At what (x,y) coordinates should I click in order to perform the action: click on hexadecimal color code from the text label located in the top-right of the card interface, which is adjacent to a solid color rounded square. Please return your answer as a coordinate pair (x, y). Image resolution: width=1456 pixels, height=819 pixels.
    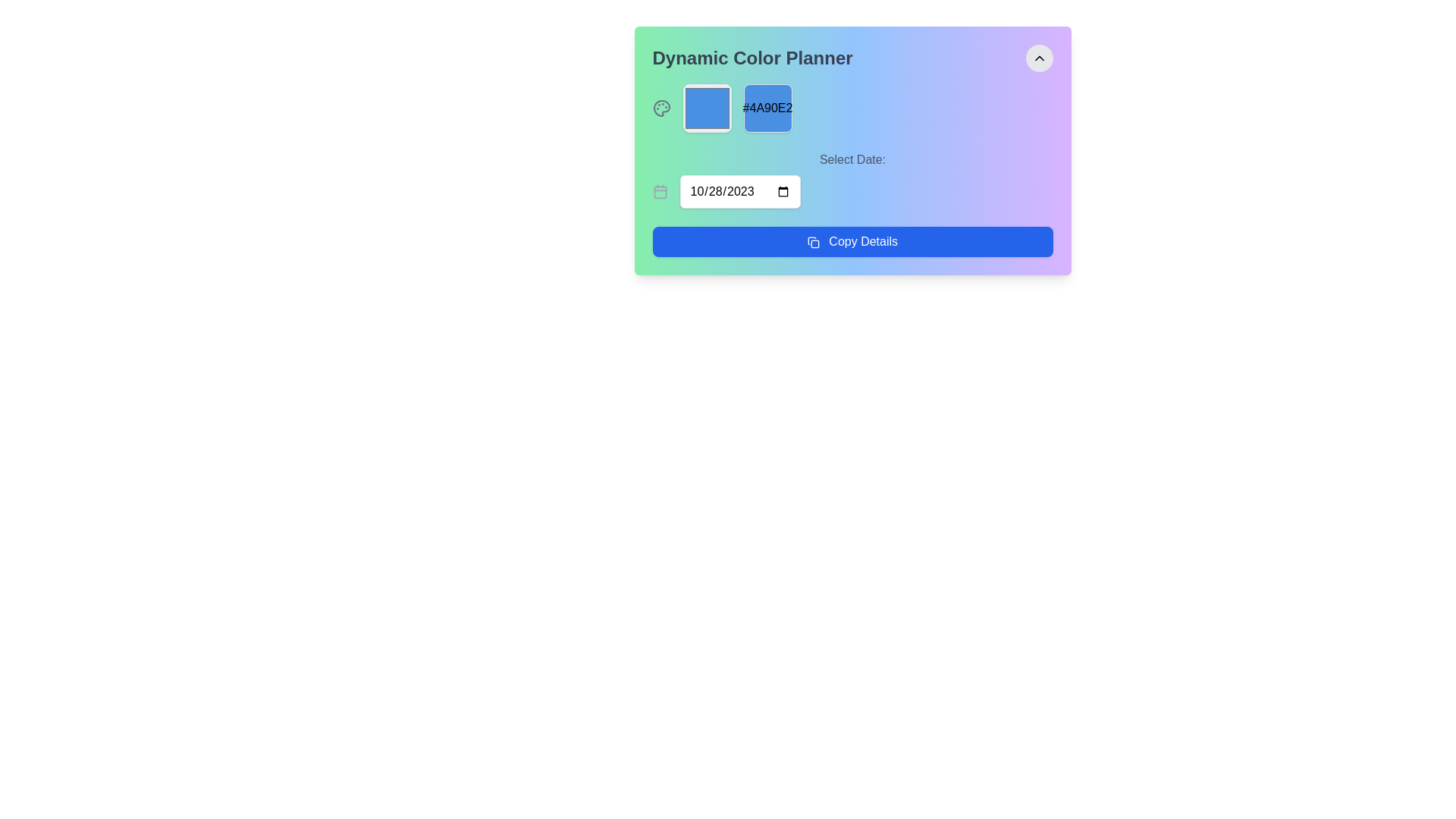
    Looking at the image, I should click on (767, 107).